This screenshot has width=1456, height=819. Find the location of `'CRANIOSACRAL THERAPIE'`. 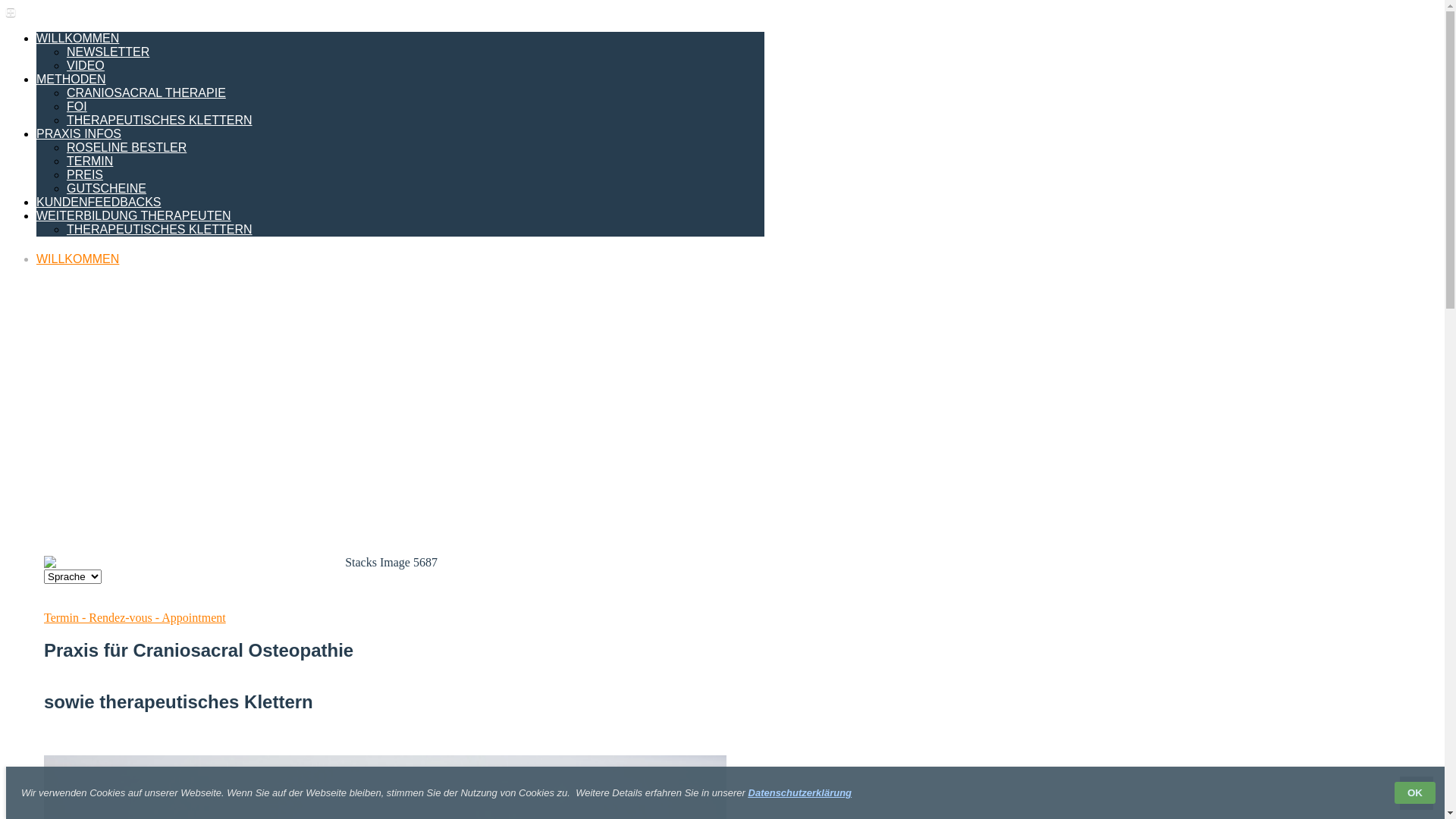

'CRANIOSACRAL THERAPIE' is located at coordinates (146, 93).